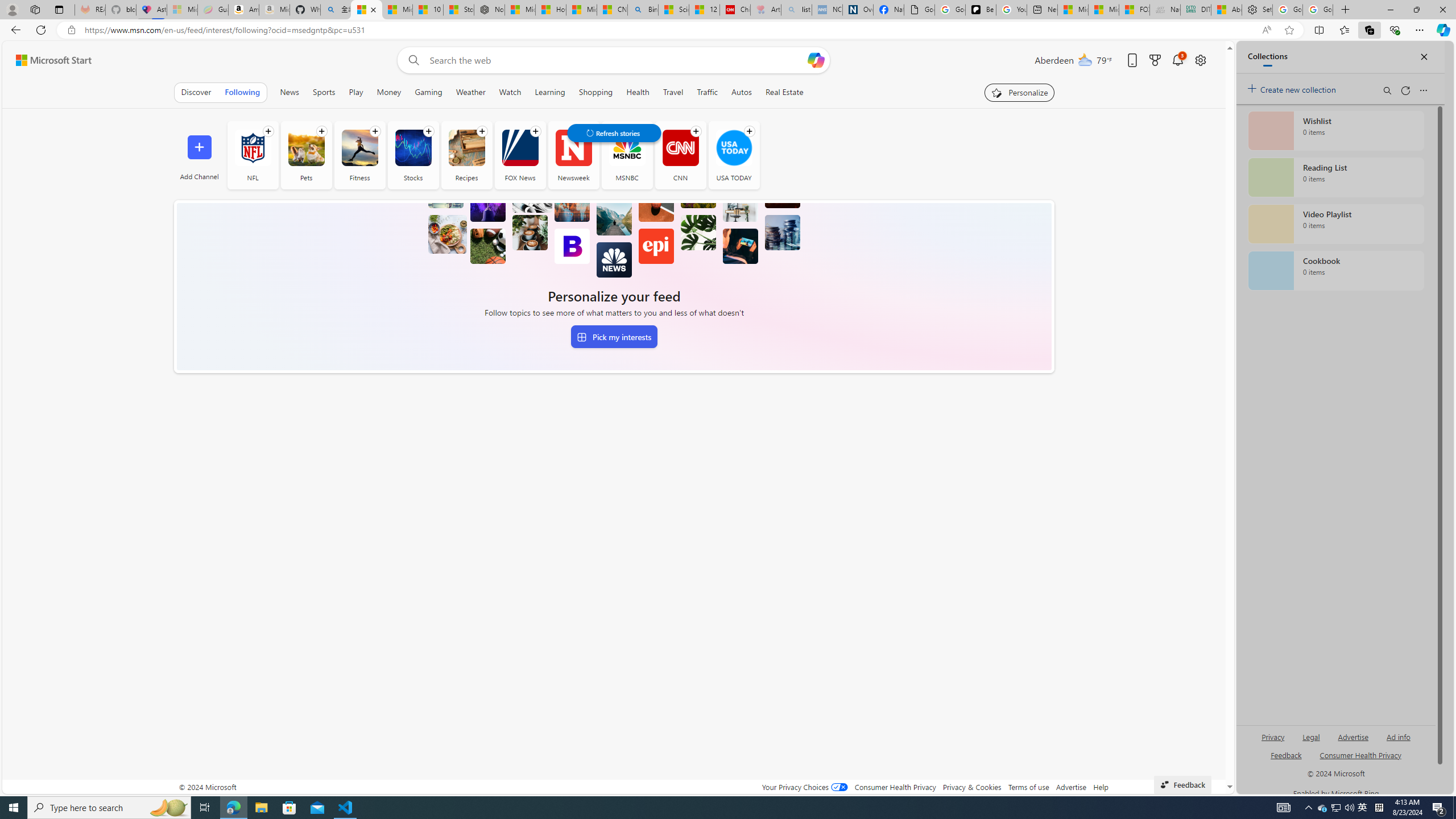 The width and height of the screenshot is (1456, 819). What do you see at coordinates (520, 147) in the screenshot?
I see `'FOX News'` at bounding box center [520, 147].